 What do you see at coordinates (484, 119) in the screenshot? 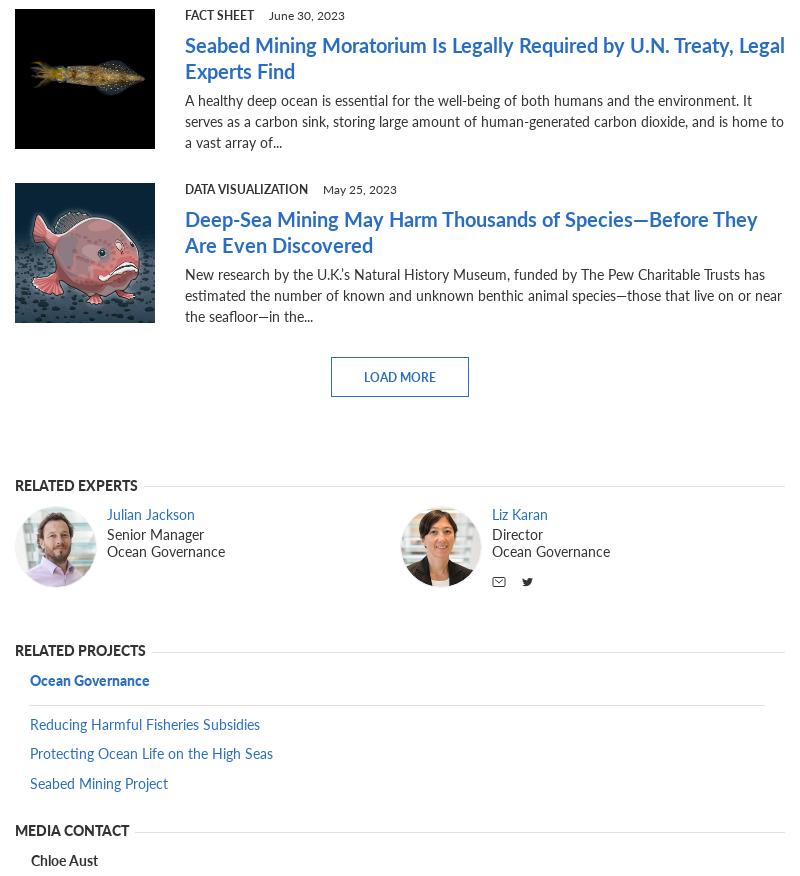
I see `'A healthy deep ocean is essential for the well-being of both humans and the environment. It serves as a carbon sink, storing large amount of human-generated carbon dioxide, and is home to a vast array of...'` at bounding box center [484, 119].